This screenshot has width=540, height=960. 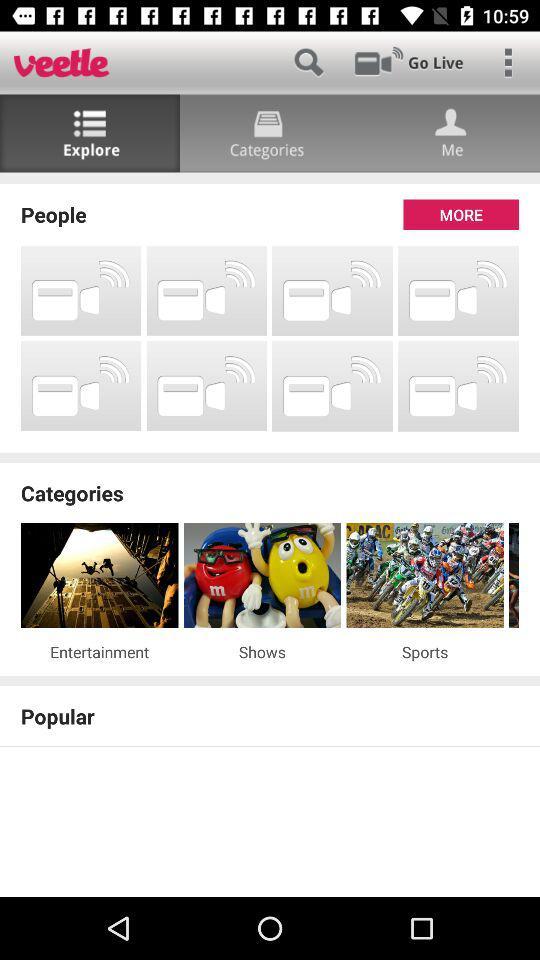 I want to click on the popular app, so click(x=270, y=716).